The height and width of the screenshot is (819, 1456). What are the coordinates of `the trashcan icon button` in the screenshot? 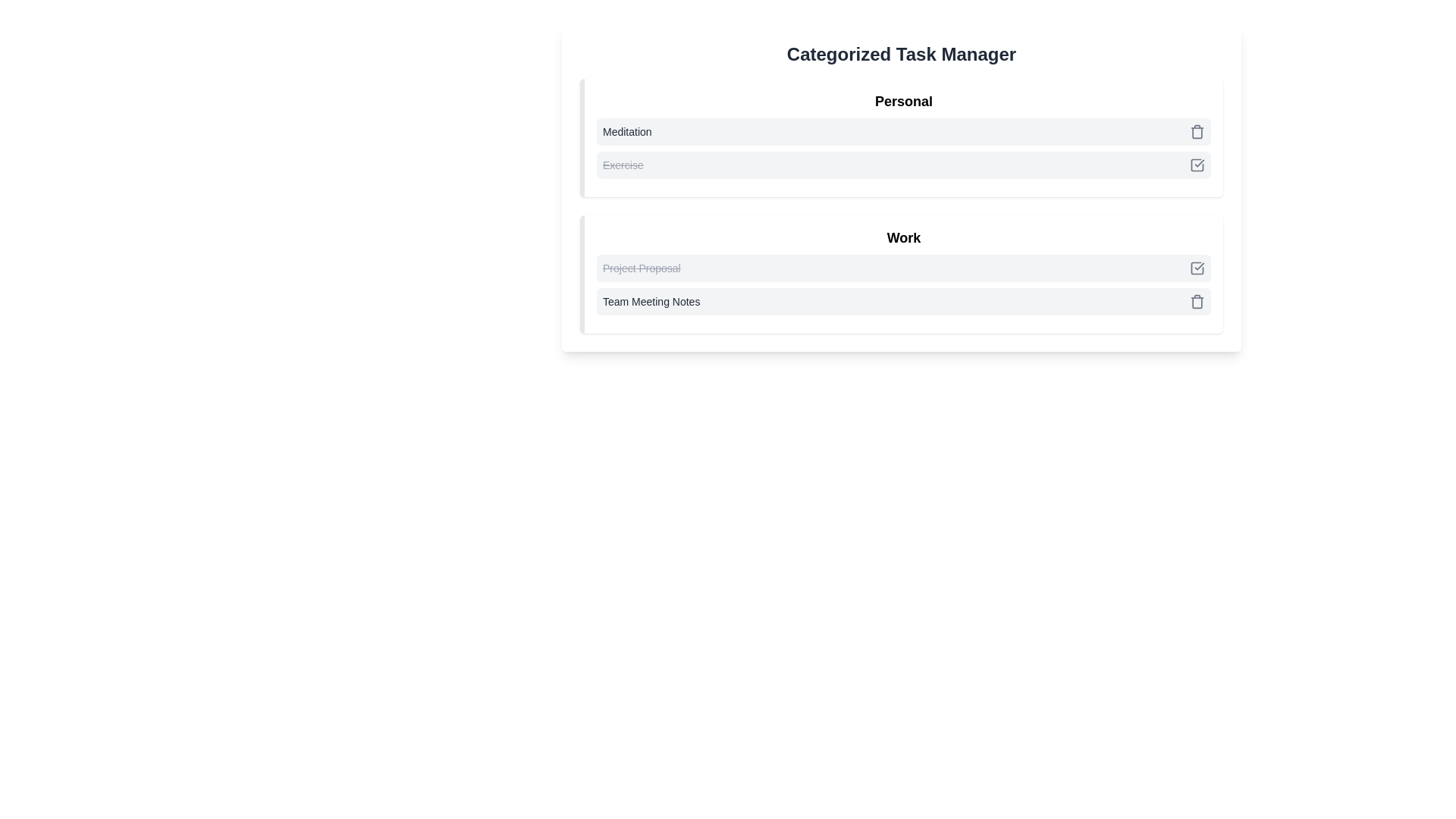 It's located at (1197, 301).